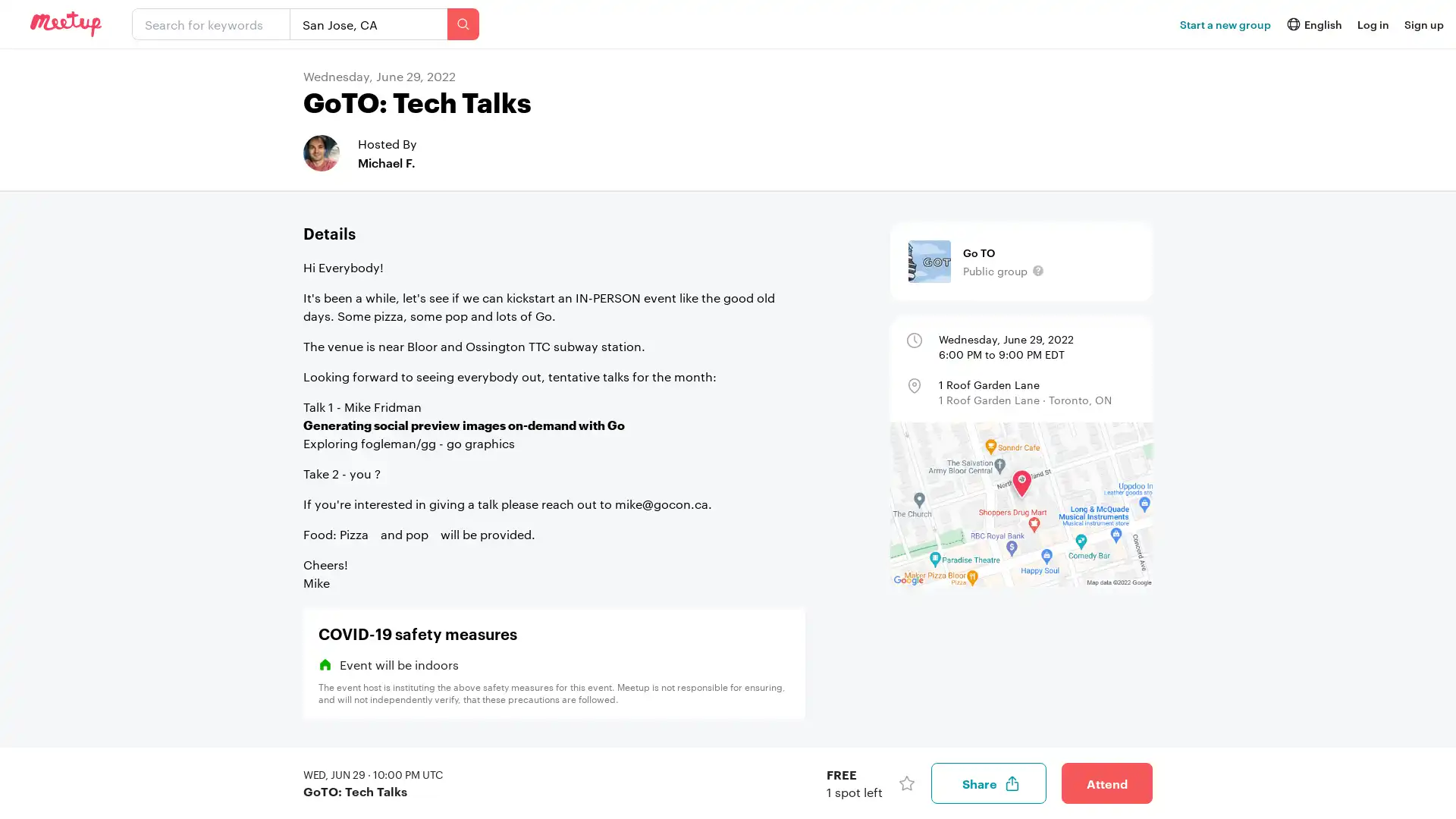  I want to click on Search events, so click(462, 24).